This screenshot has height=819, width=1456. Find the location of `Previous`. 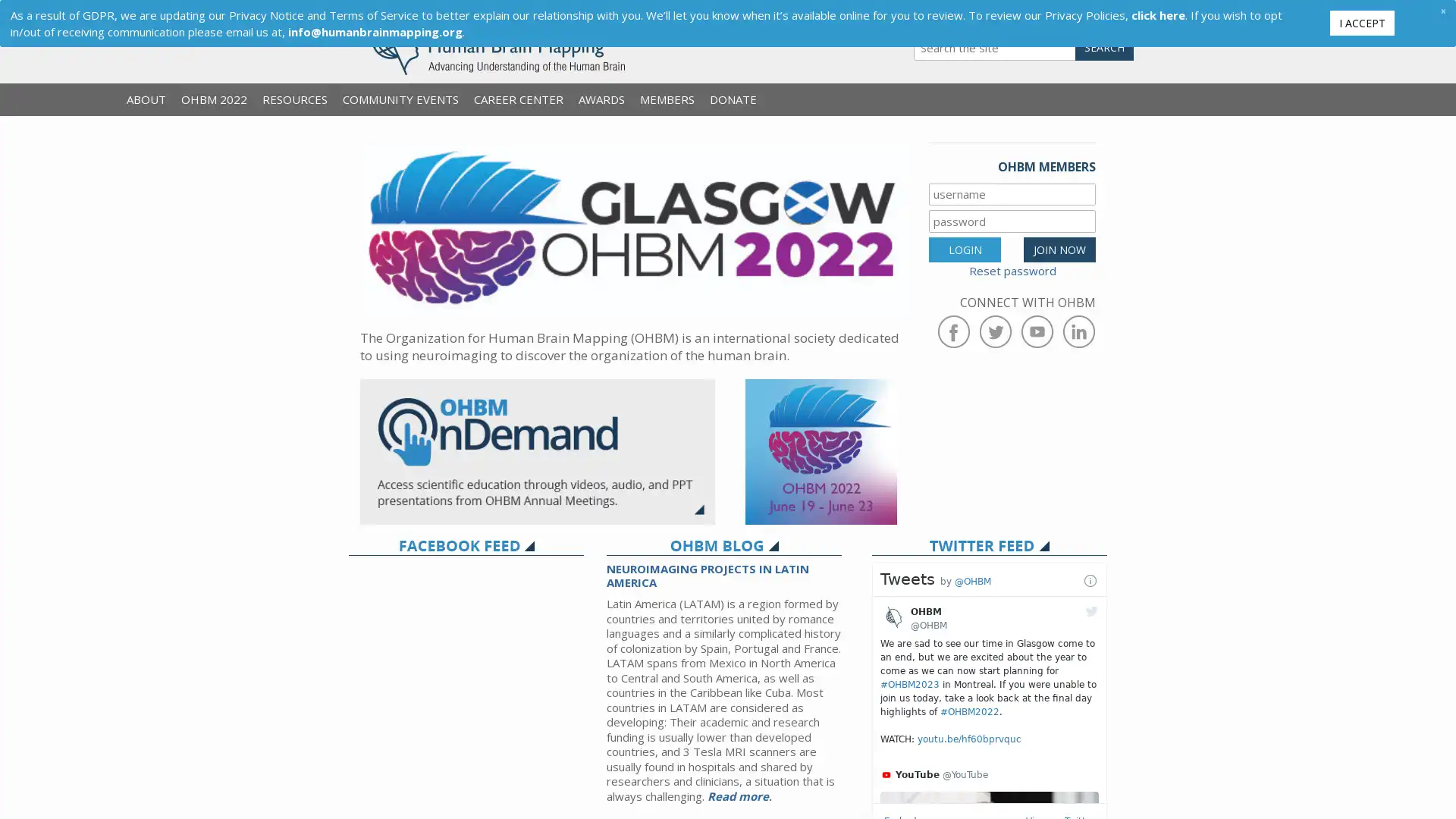

Previous is located at coordinates (400, 256).